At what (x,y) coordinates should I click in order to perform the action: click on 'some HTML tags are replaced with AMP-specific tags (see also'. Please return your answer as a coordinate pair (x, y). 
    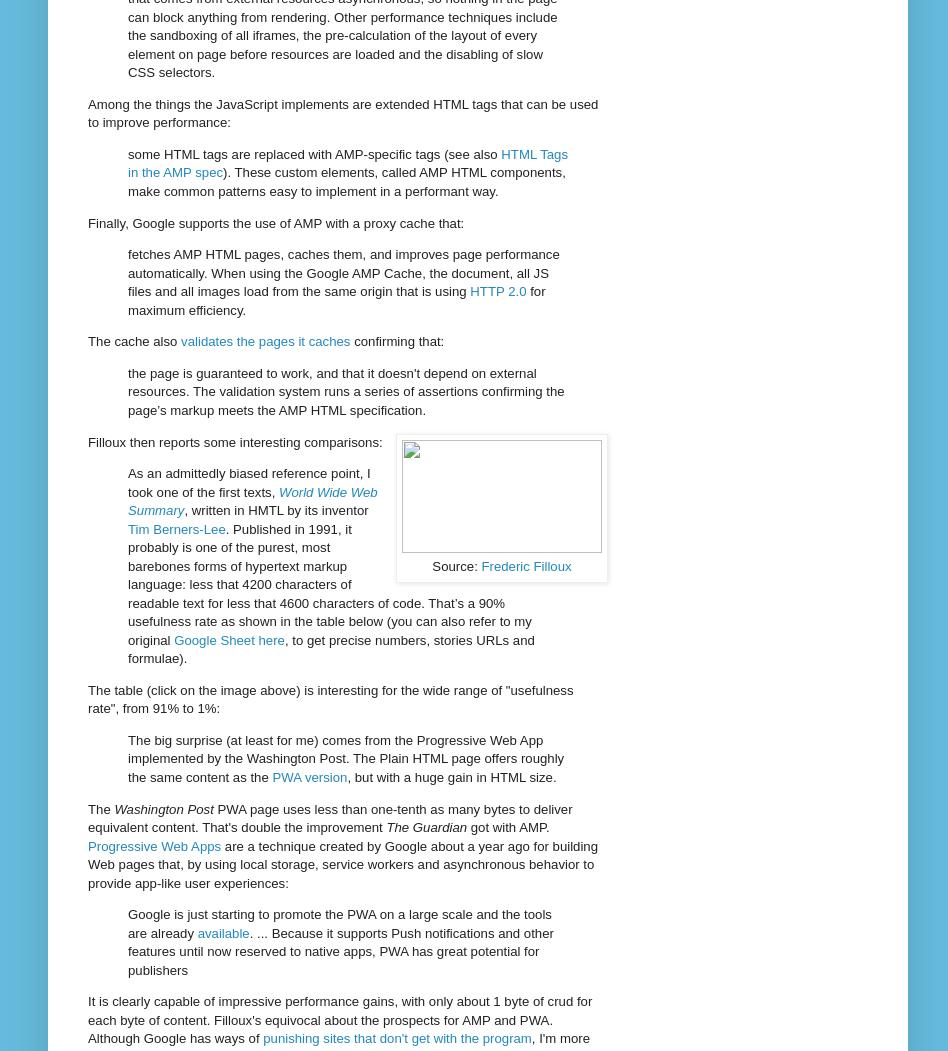
    Looking at the image, I should click on (314, 152).